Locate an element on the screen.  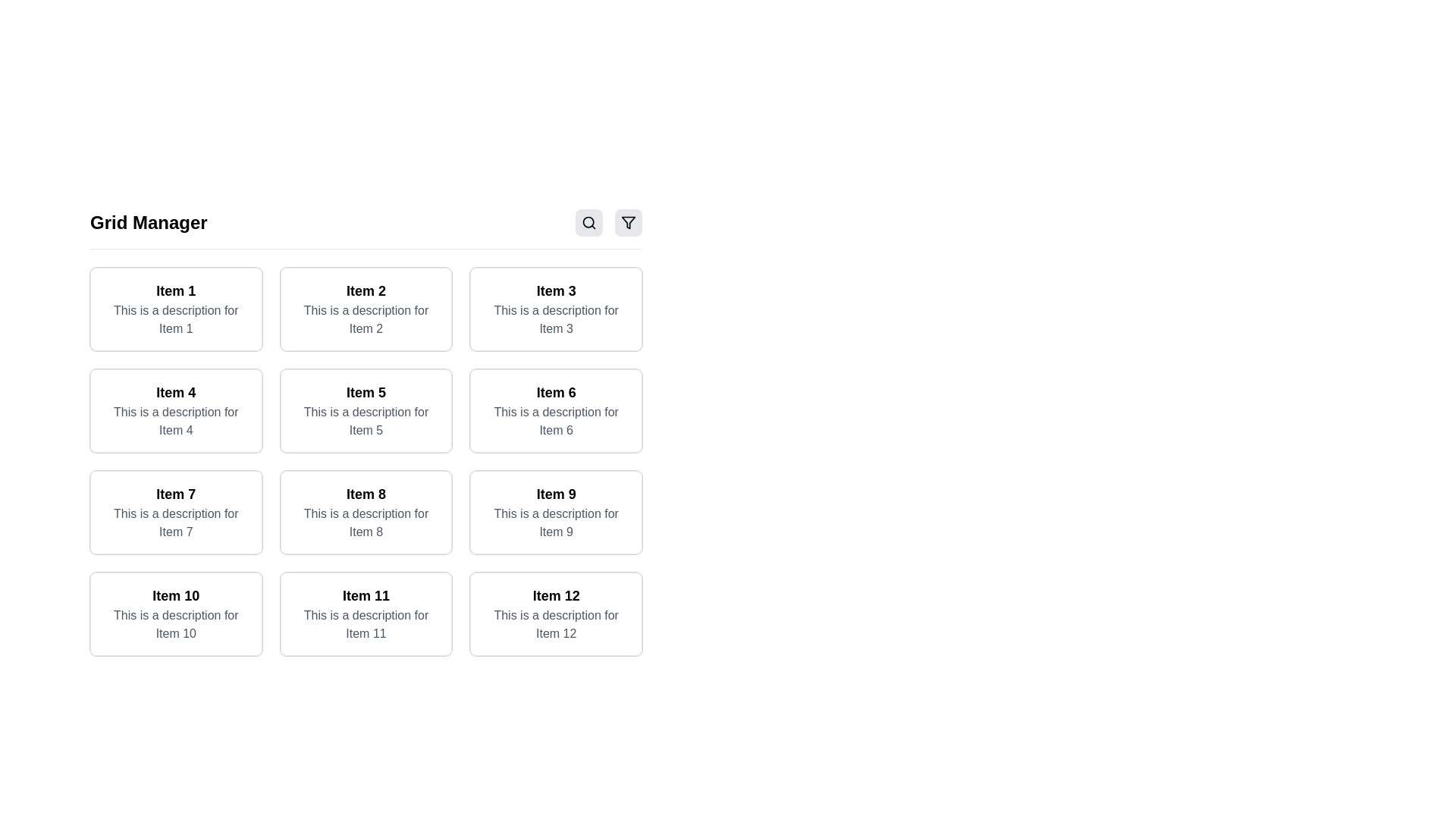
the descriptive text displaying 'This is a description for Item 12', located in the last card of a 4x3 grid layout, specifically the second line in the card labeled 'Item 12' is located at coordinates (555, 625).